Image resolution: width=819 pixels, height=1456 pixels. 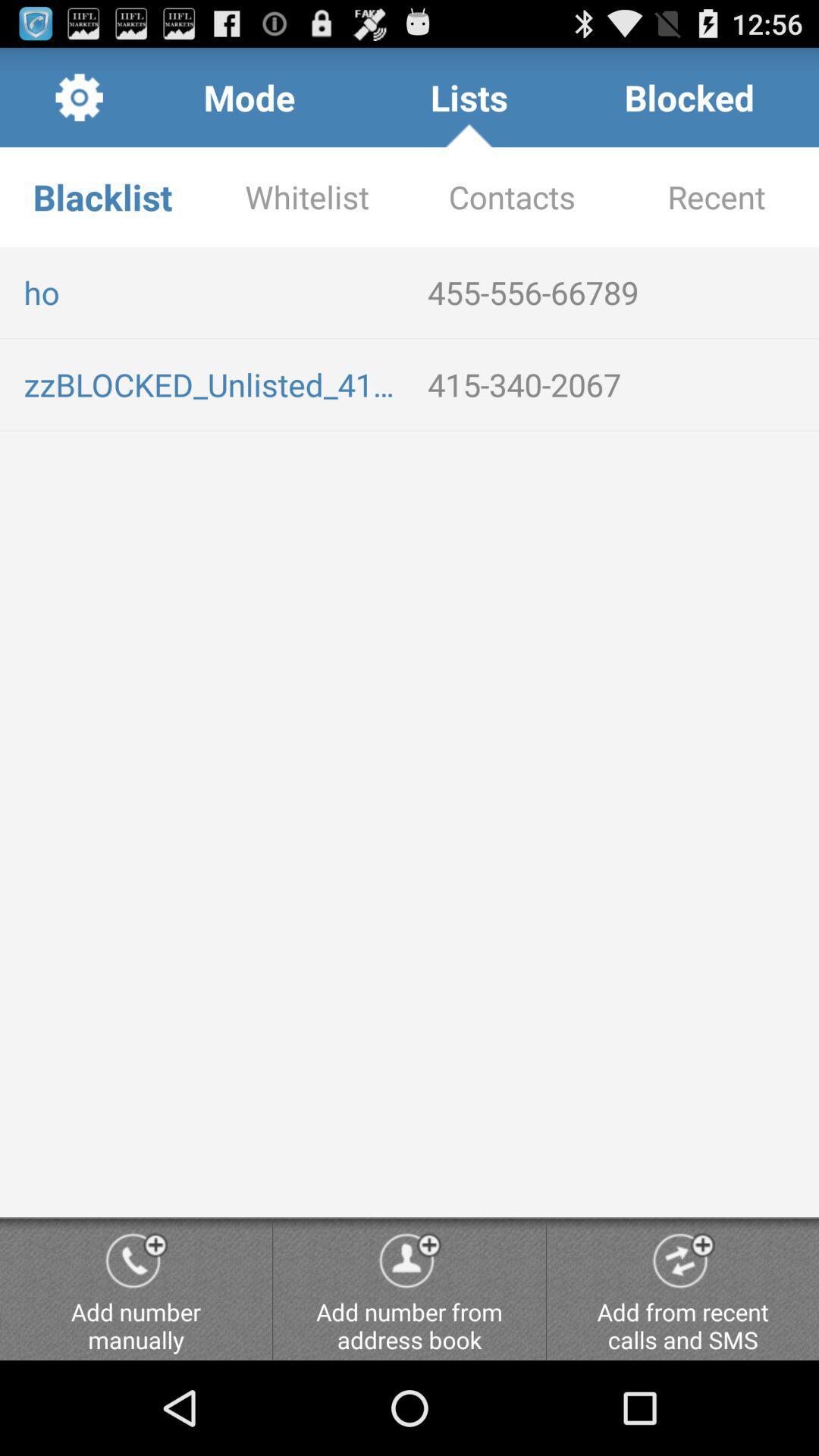 I want to click on the app to the right of the blacklist app, so click(x=307, y=196).